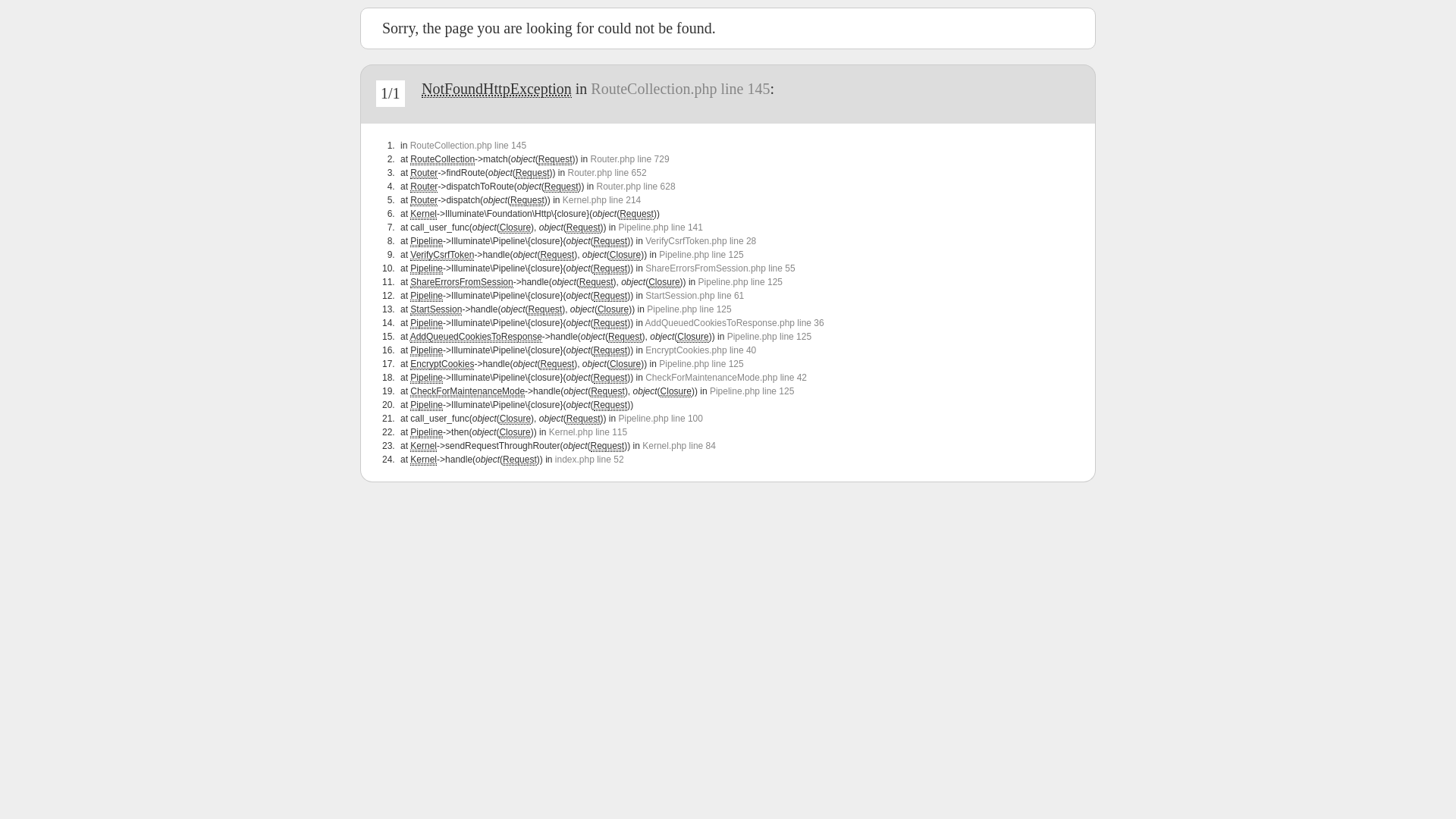  What do you see at coordinates (661, 227) in the screenshot?
I see `'Pipeline.php line 141'` at bounding box center [661, 227].